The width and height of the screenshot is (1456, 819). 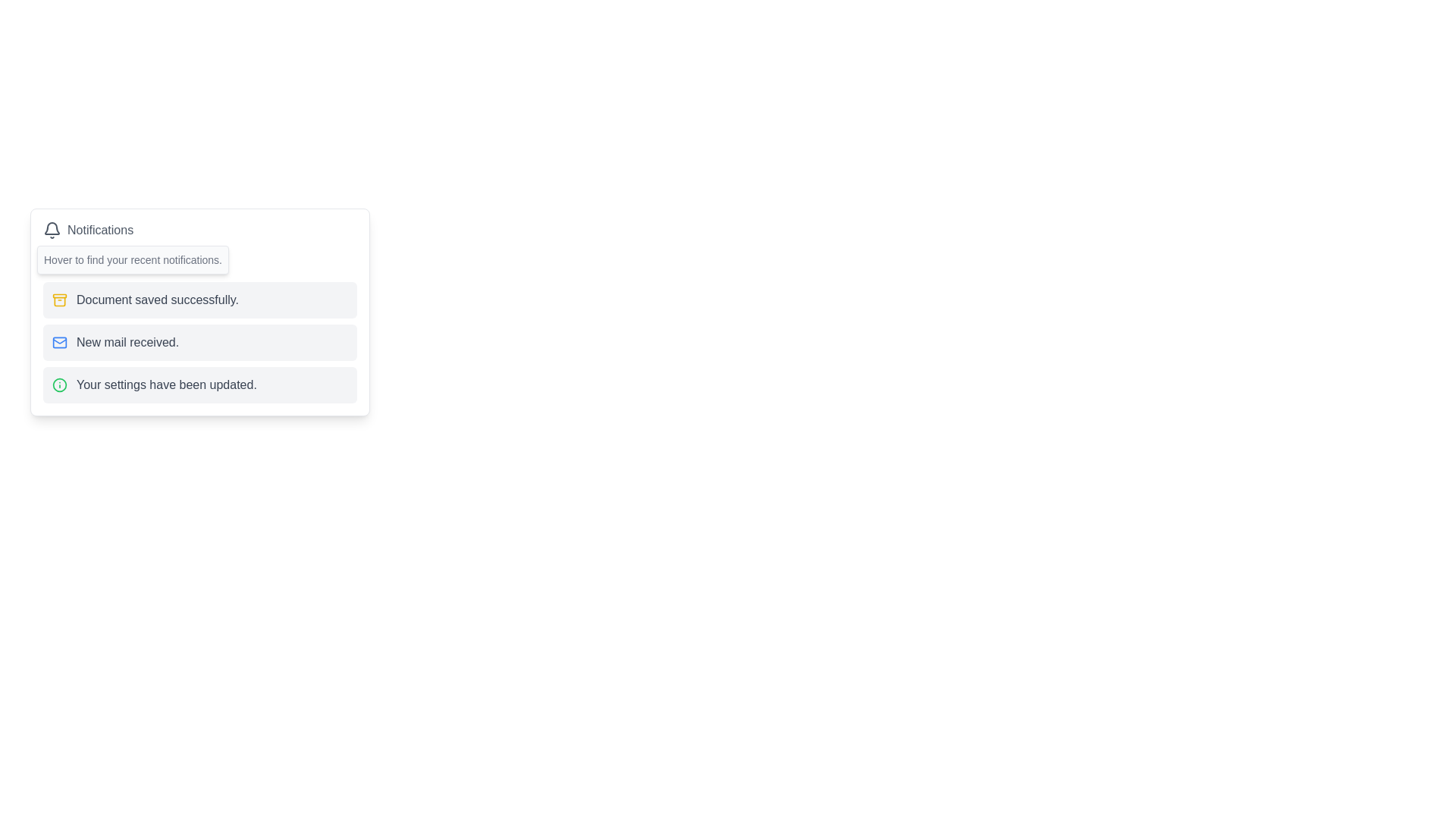 What do you see at coordinates (199, 342) in the screenshot?
I see `notification indicating the receipt of new mail, which is the second element in a vertical list of notifications within a bordered and shadowed card` at bounding box center [199, 342].